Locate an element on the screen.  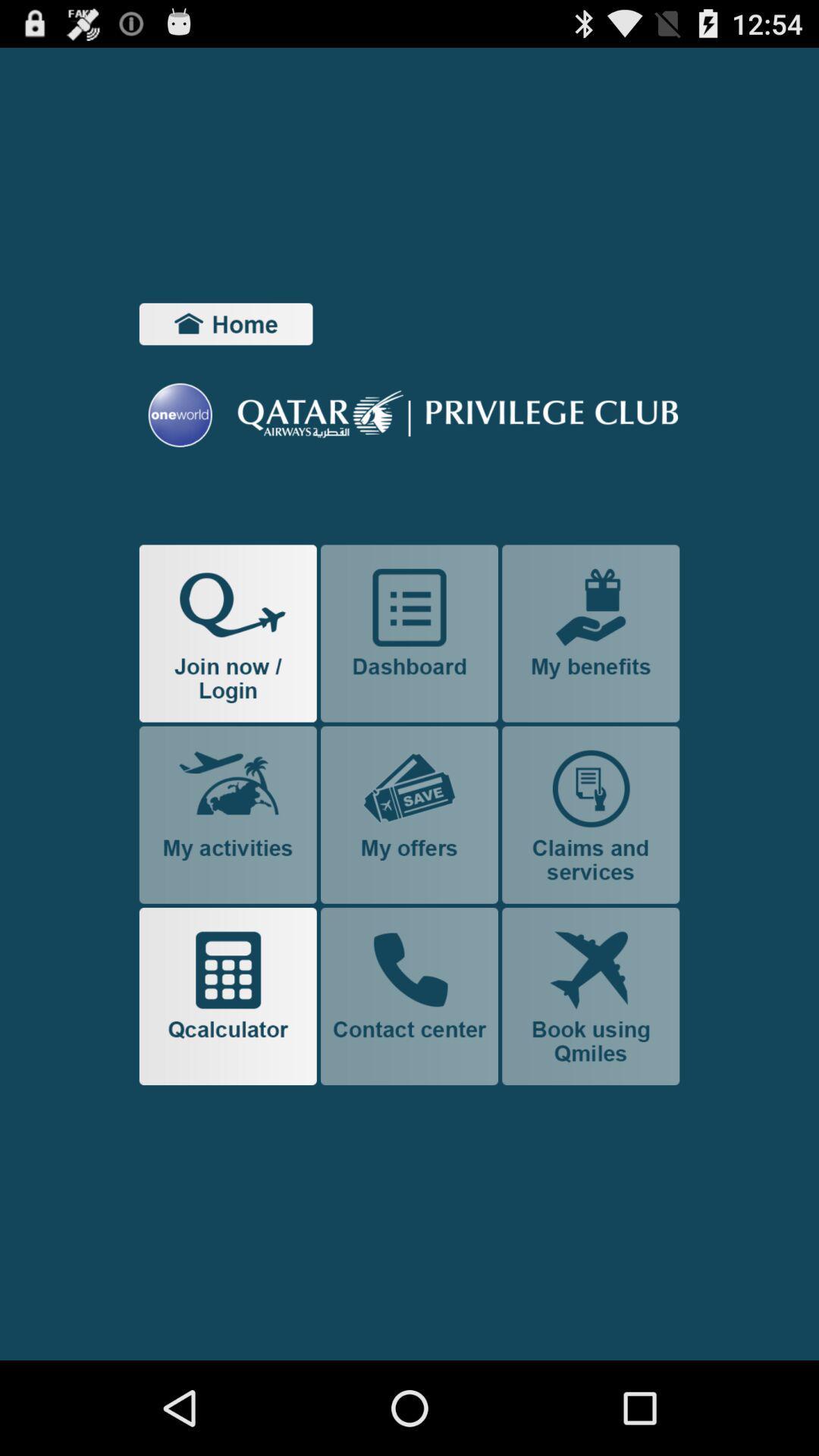
my activities is located at coordinates (227, 814).